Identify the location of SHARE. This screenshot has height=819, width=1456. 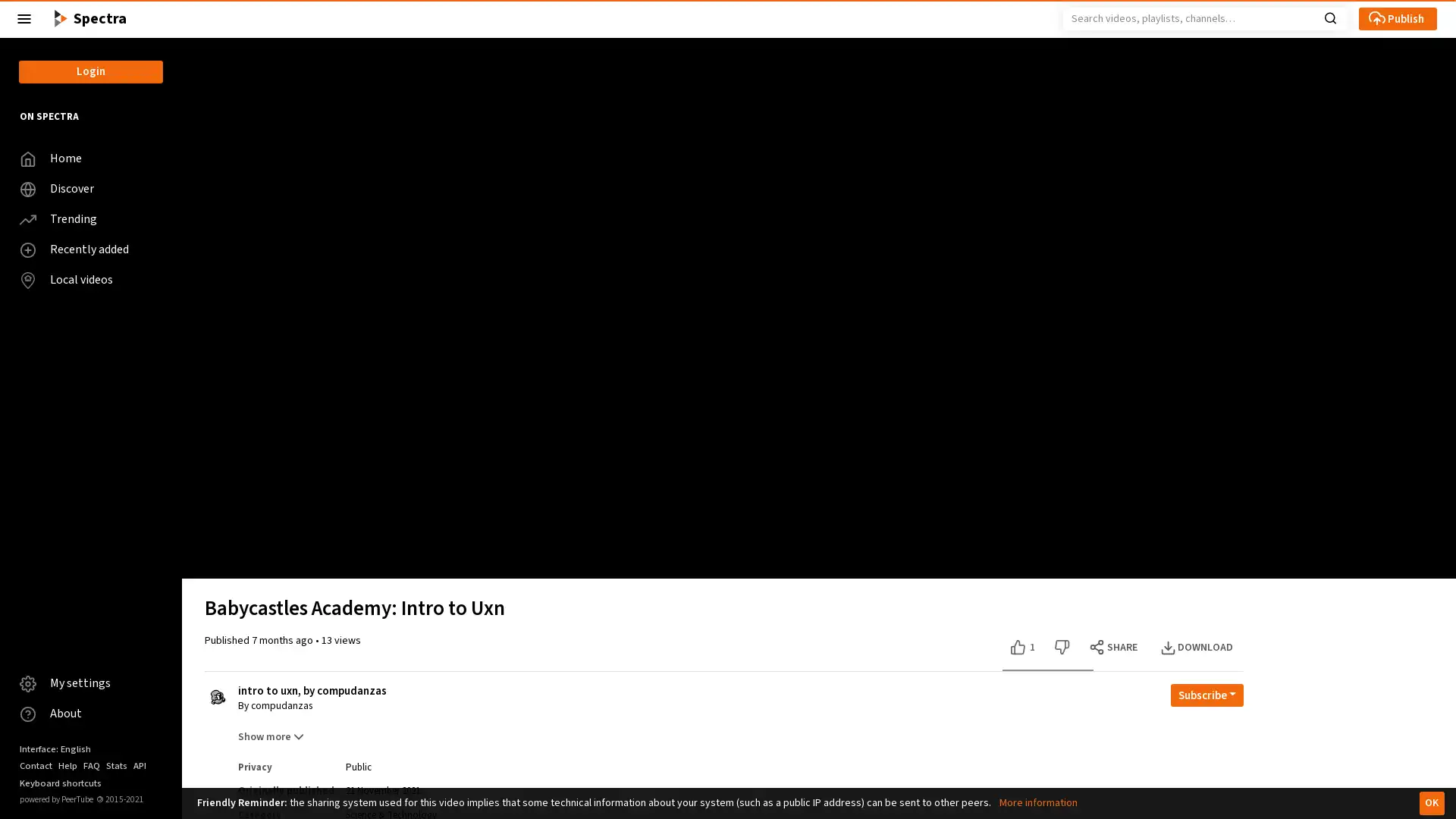
(1114, 647).